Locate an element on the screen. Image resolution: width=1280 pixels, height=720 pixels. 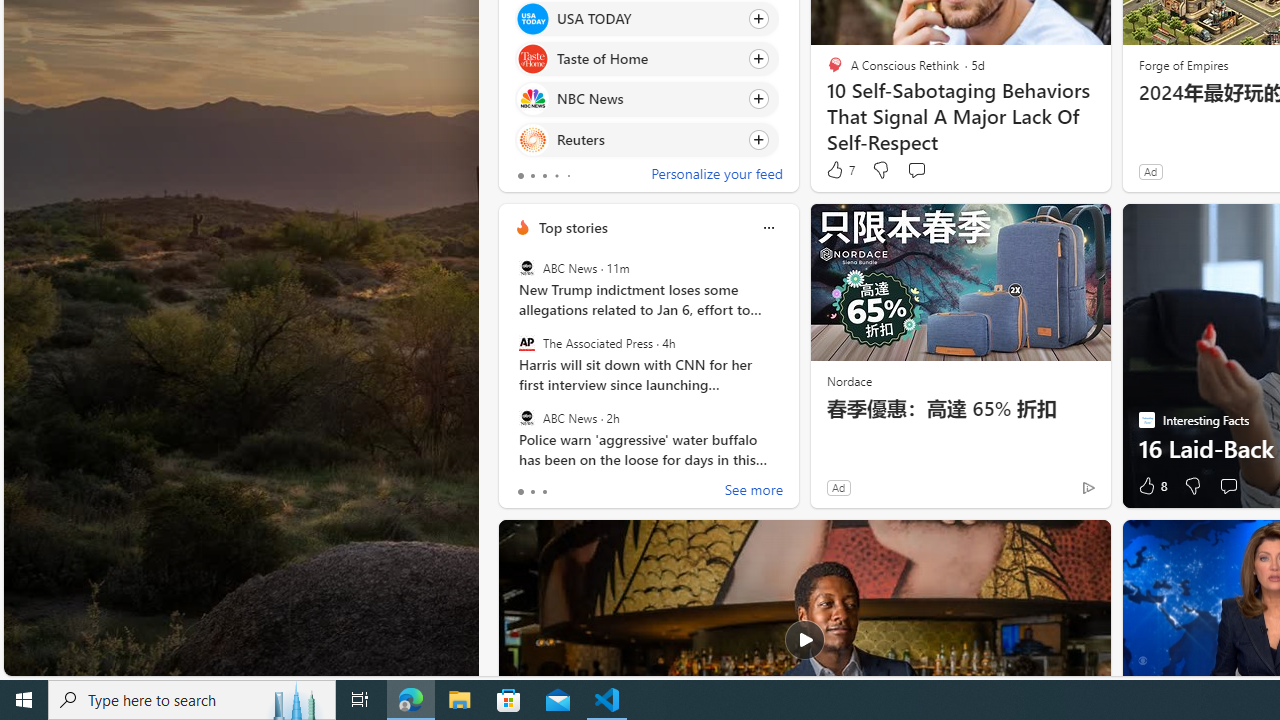
'tab-2' is located at coordinates (544, 492).